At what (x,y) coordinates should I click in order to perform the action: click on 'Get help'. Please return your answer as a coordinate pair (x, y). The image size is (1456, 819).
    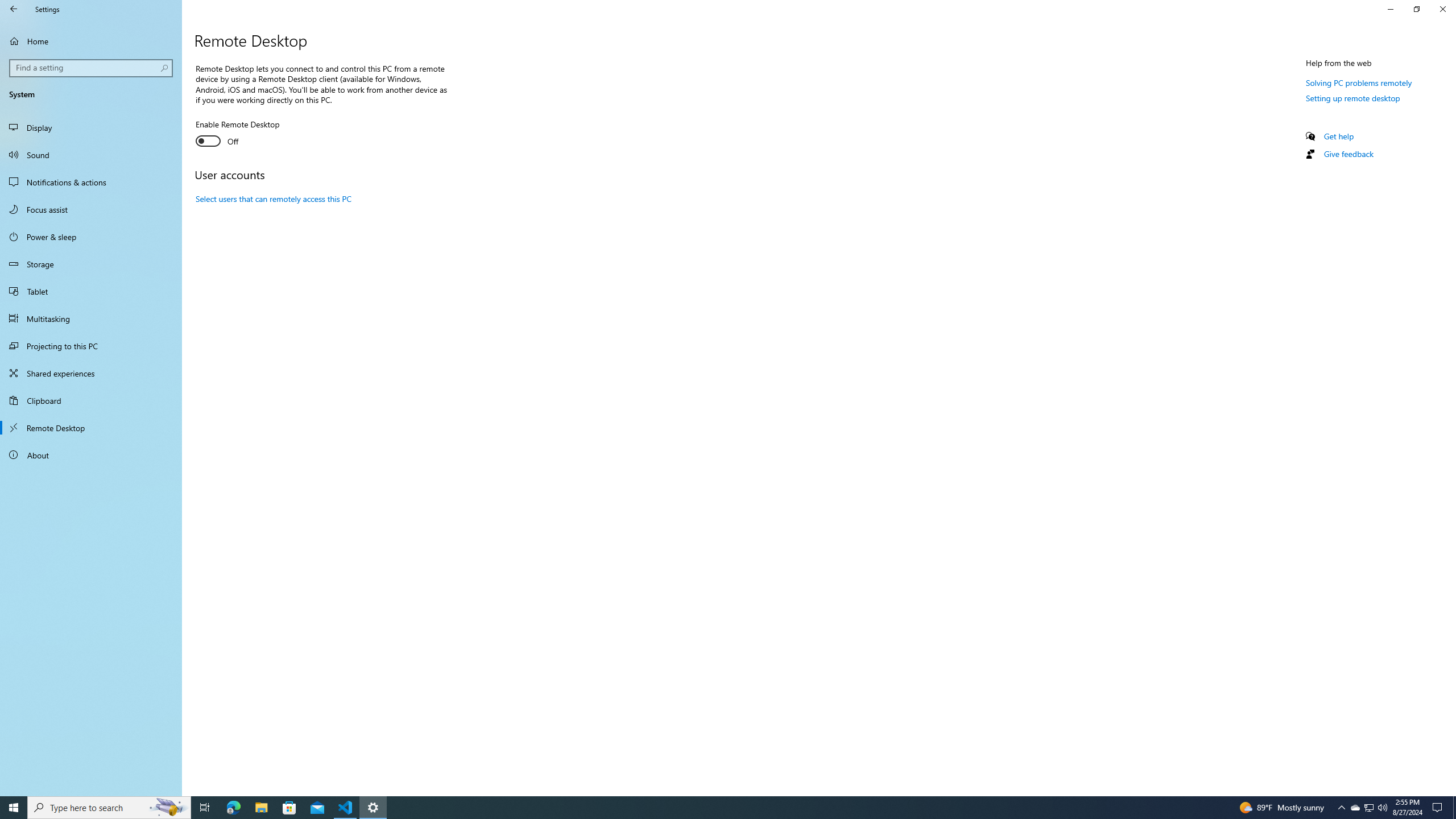
    Looking at the image, I should click on (1338, 135).